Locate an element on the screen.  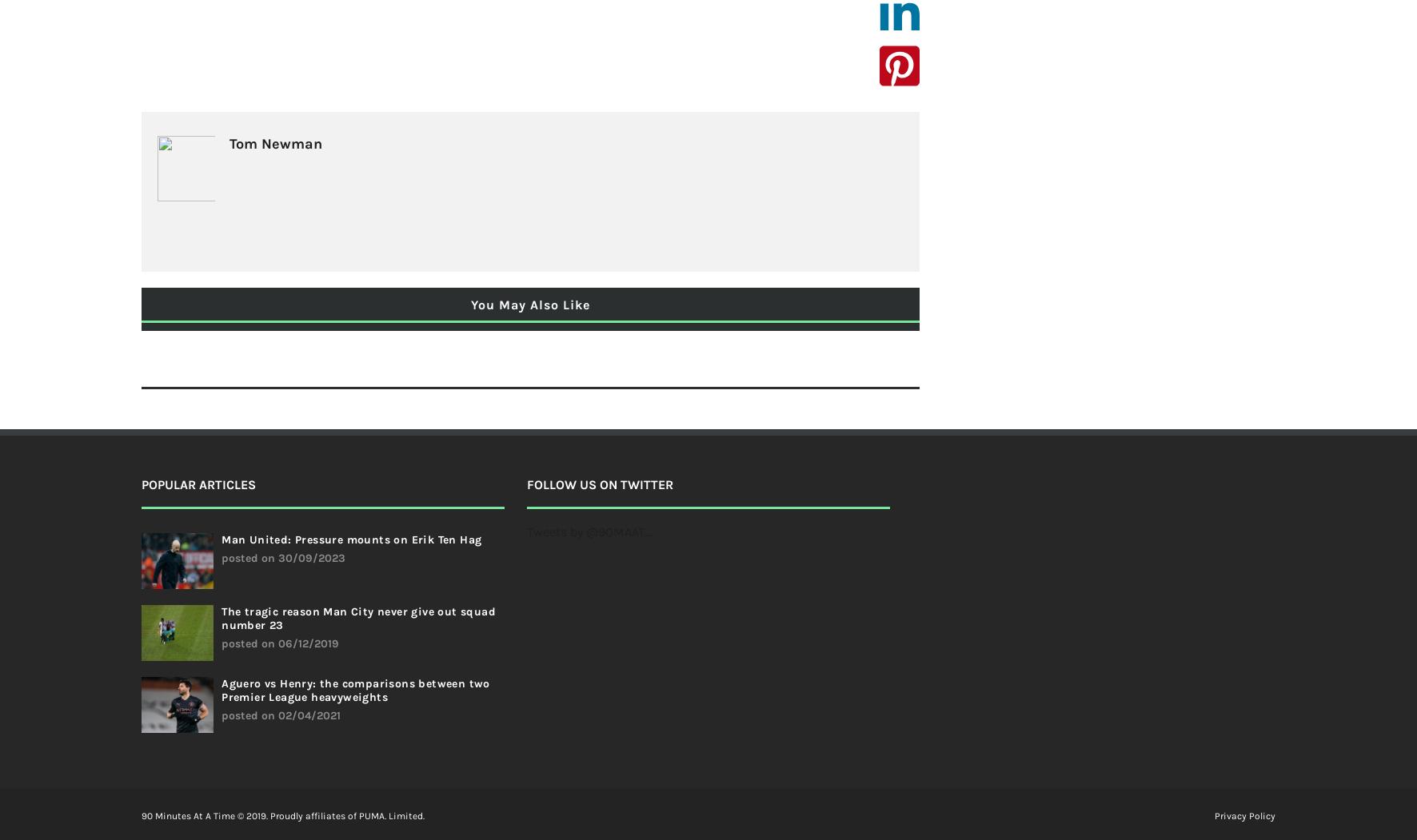
'Tweets by @90MAAT_' is located at coordinates (589, 531).